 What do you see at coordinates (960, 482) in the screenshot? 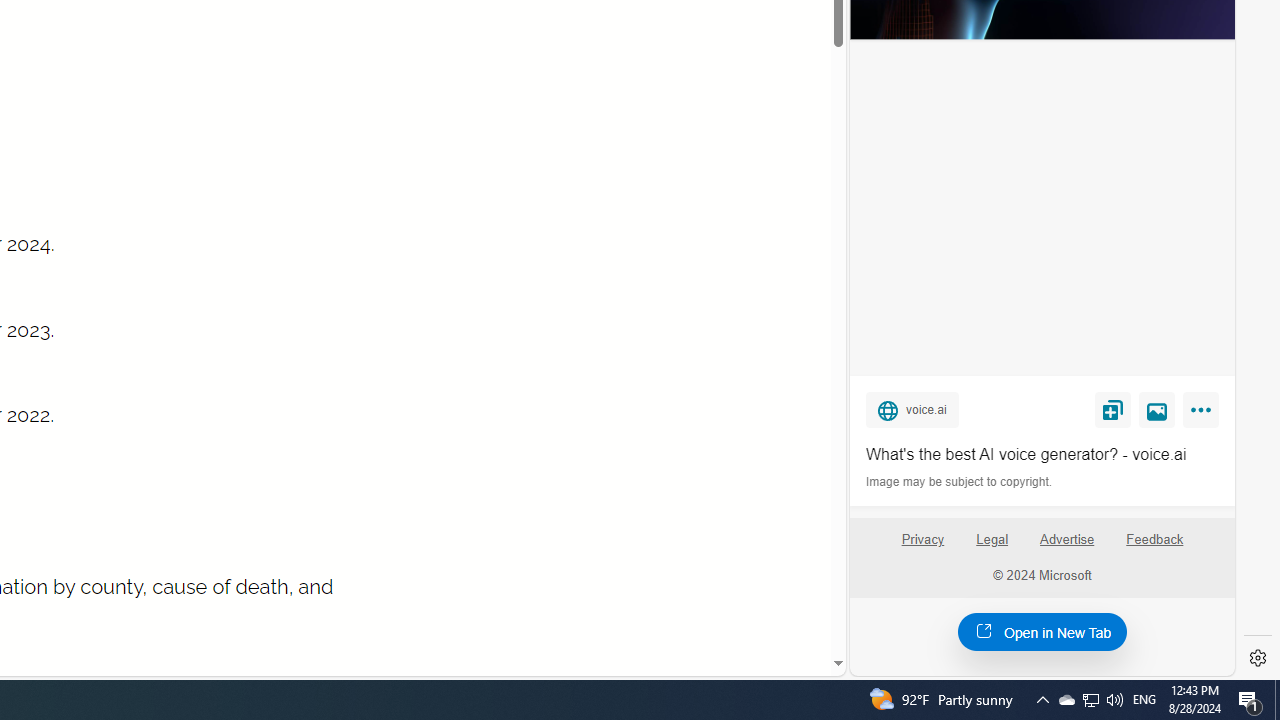
I see `'Image may be subject to copyright.'` at bounding box center [960, 482].